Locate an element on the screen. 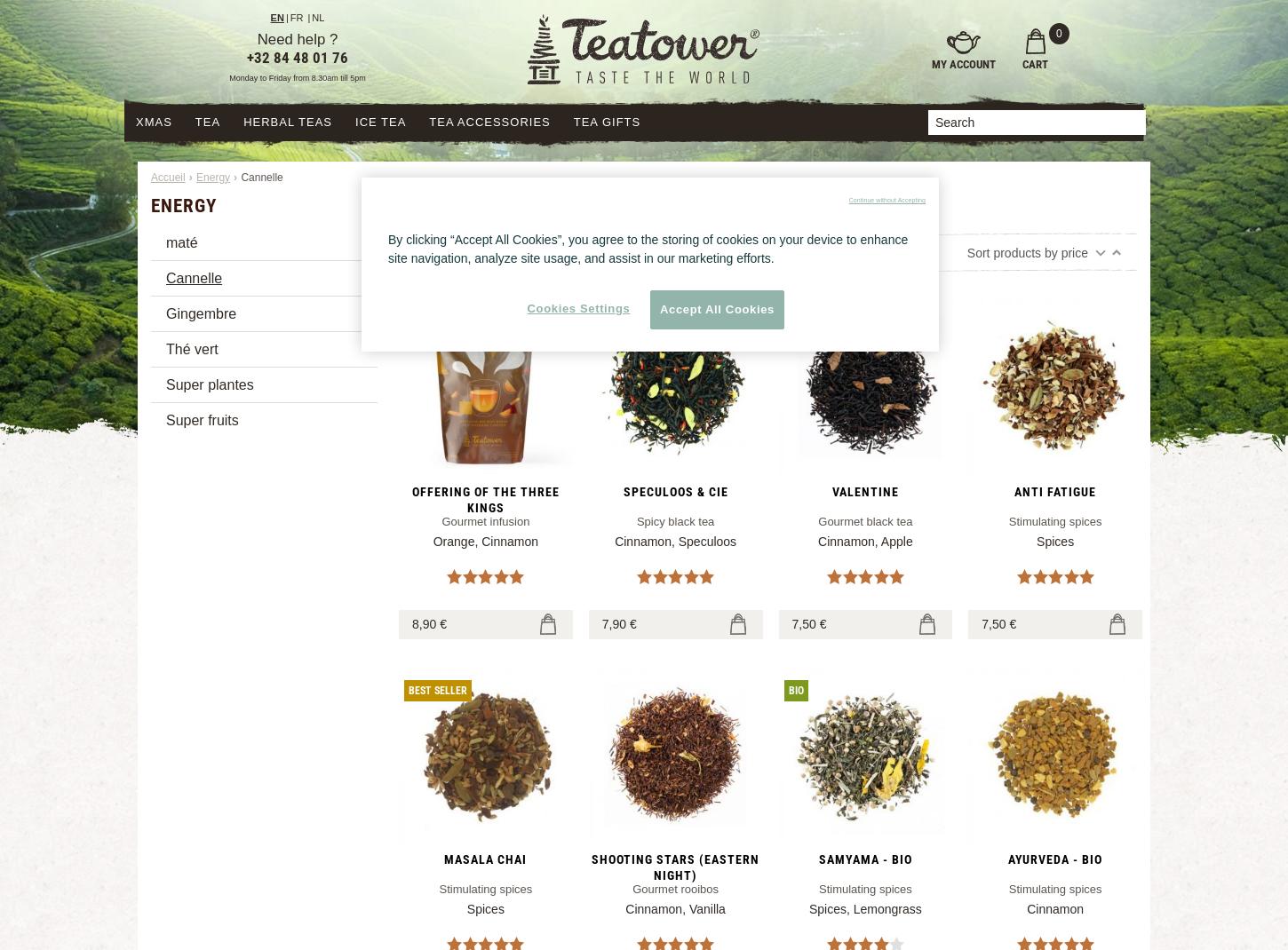  'Bio' is located at coordinates (794, 689).